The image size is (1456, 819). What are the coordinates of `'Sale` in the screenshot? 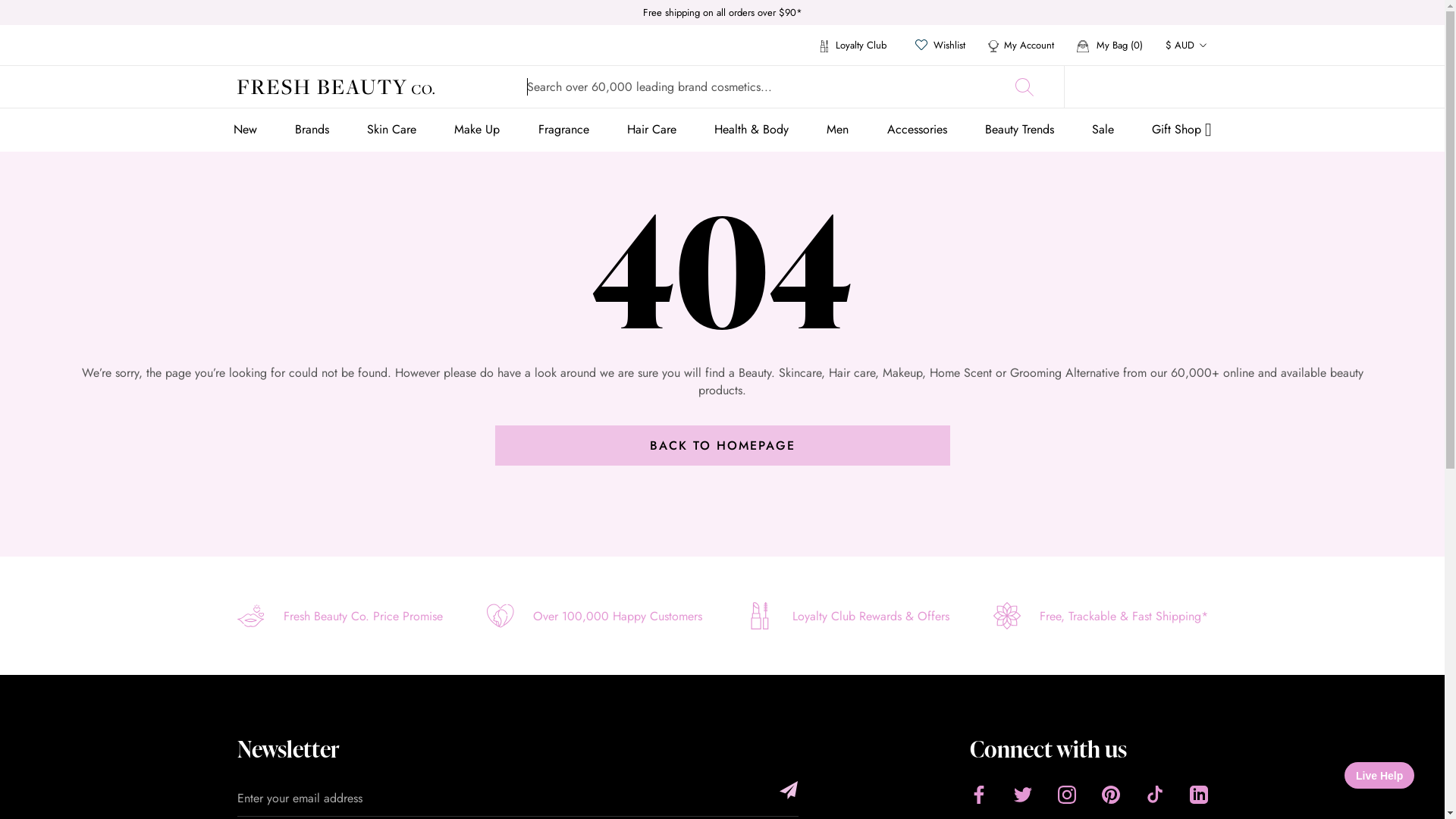 It's located at (1092, 128).